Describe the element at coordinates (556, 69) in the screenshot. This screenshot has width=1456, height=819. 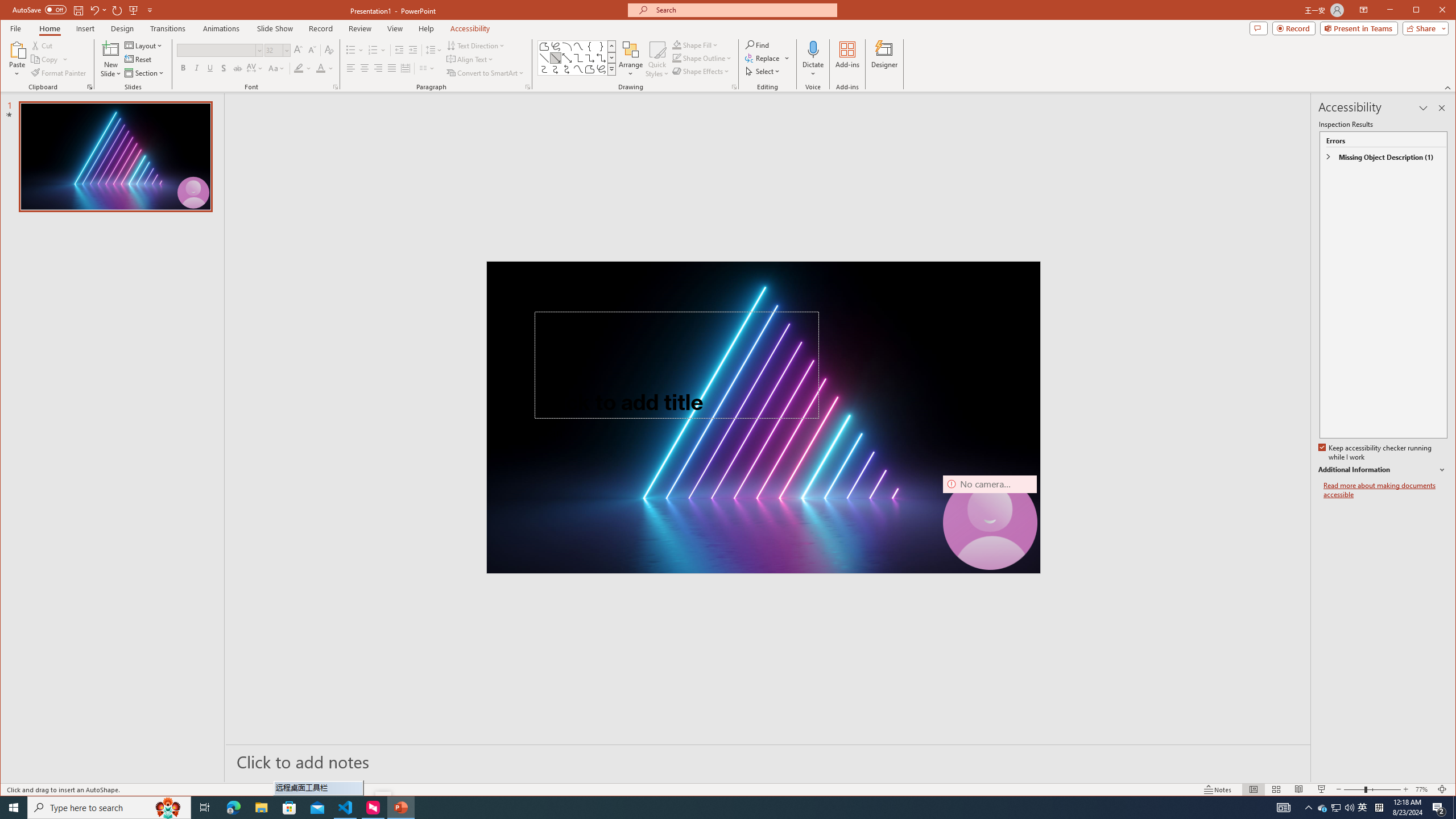
I see `'Connector: Curved Arrow'` at that location.